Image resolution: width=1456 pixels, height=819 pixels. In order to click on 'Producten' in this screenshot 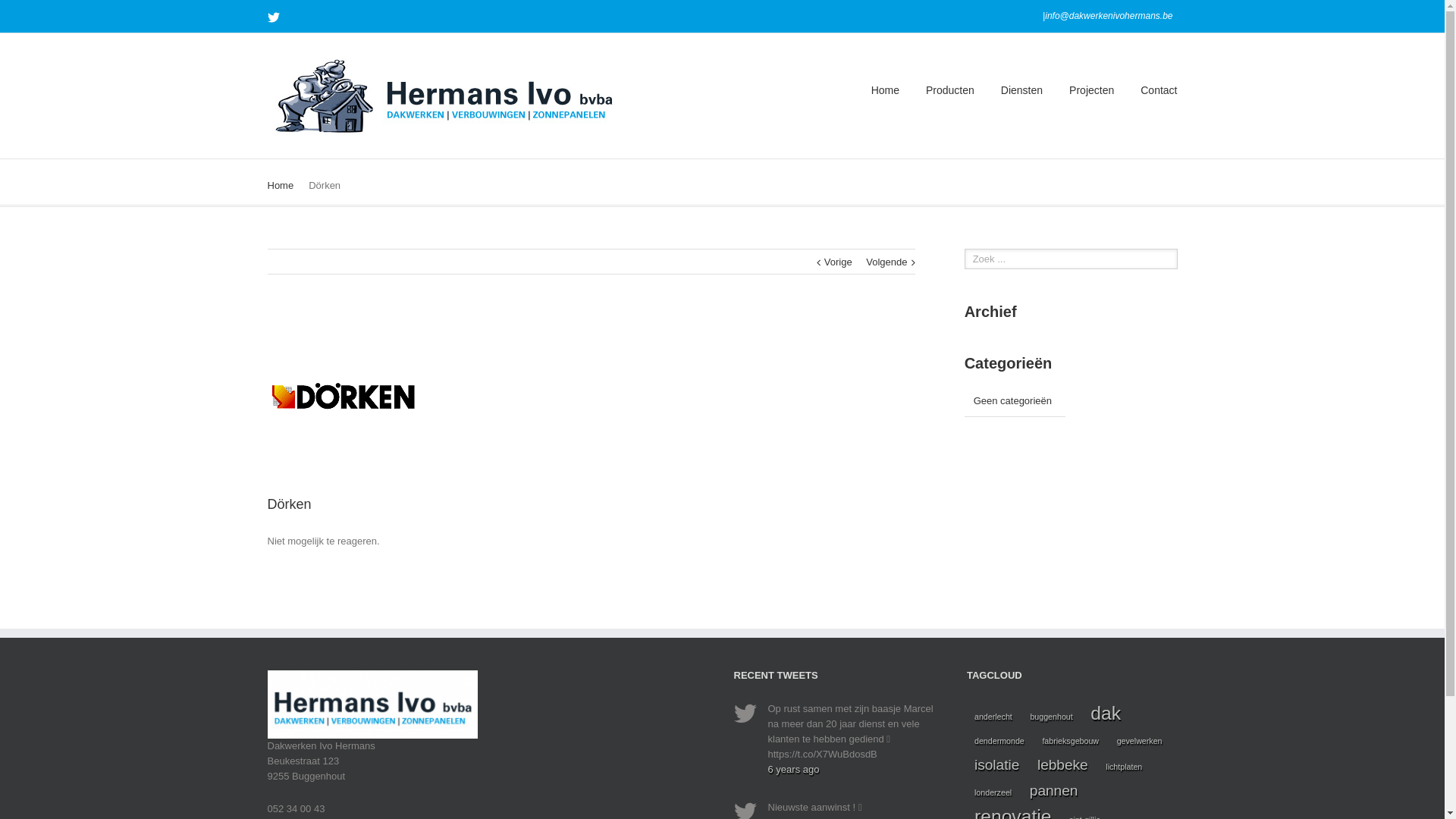, I will do `click(949, 89)`.